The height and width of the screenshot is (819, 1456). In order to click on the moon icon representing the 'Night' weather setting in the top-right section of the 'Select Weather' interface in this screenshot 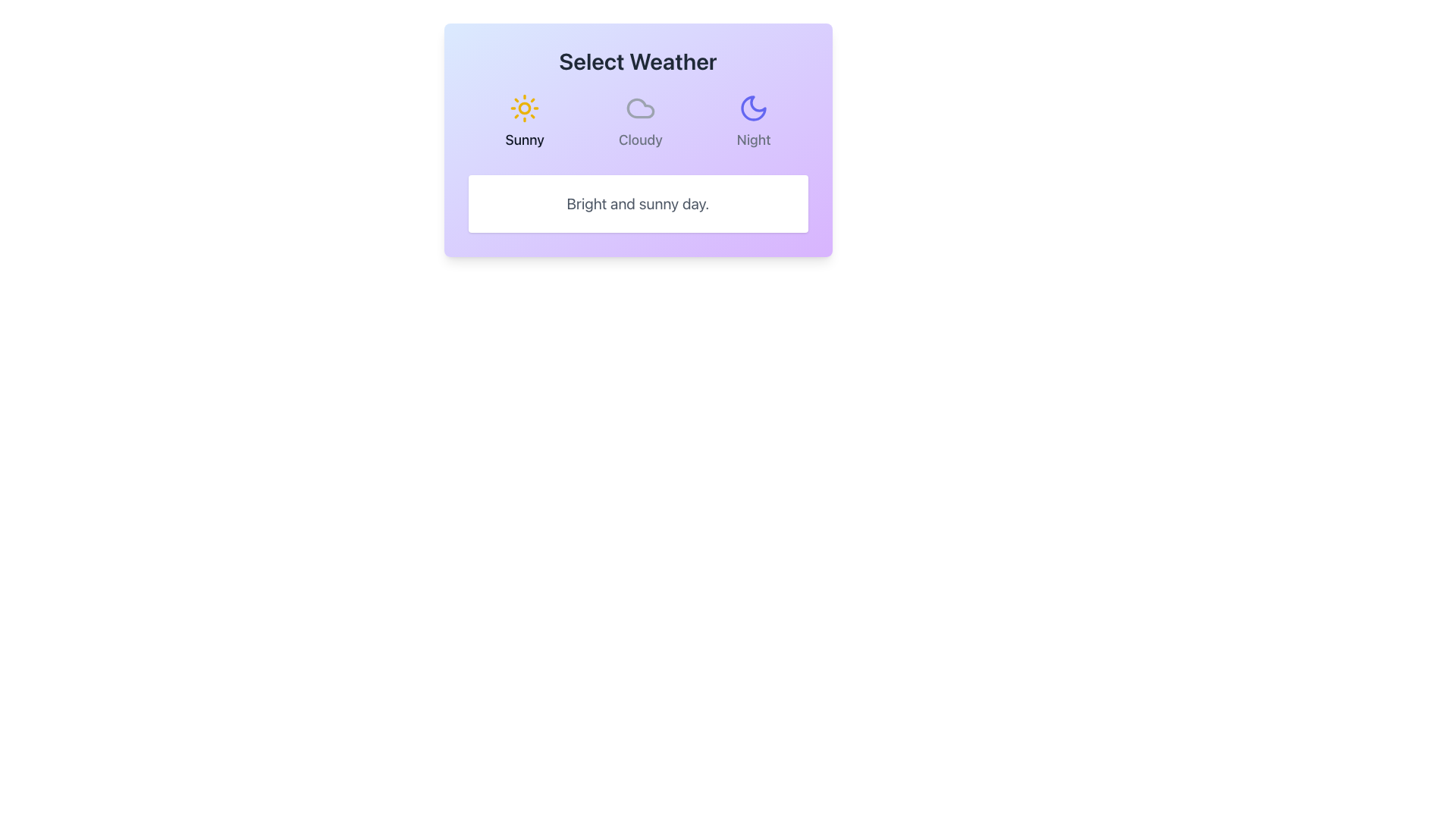, I will do `click(754, 107)`.